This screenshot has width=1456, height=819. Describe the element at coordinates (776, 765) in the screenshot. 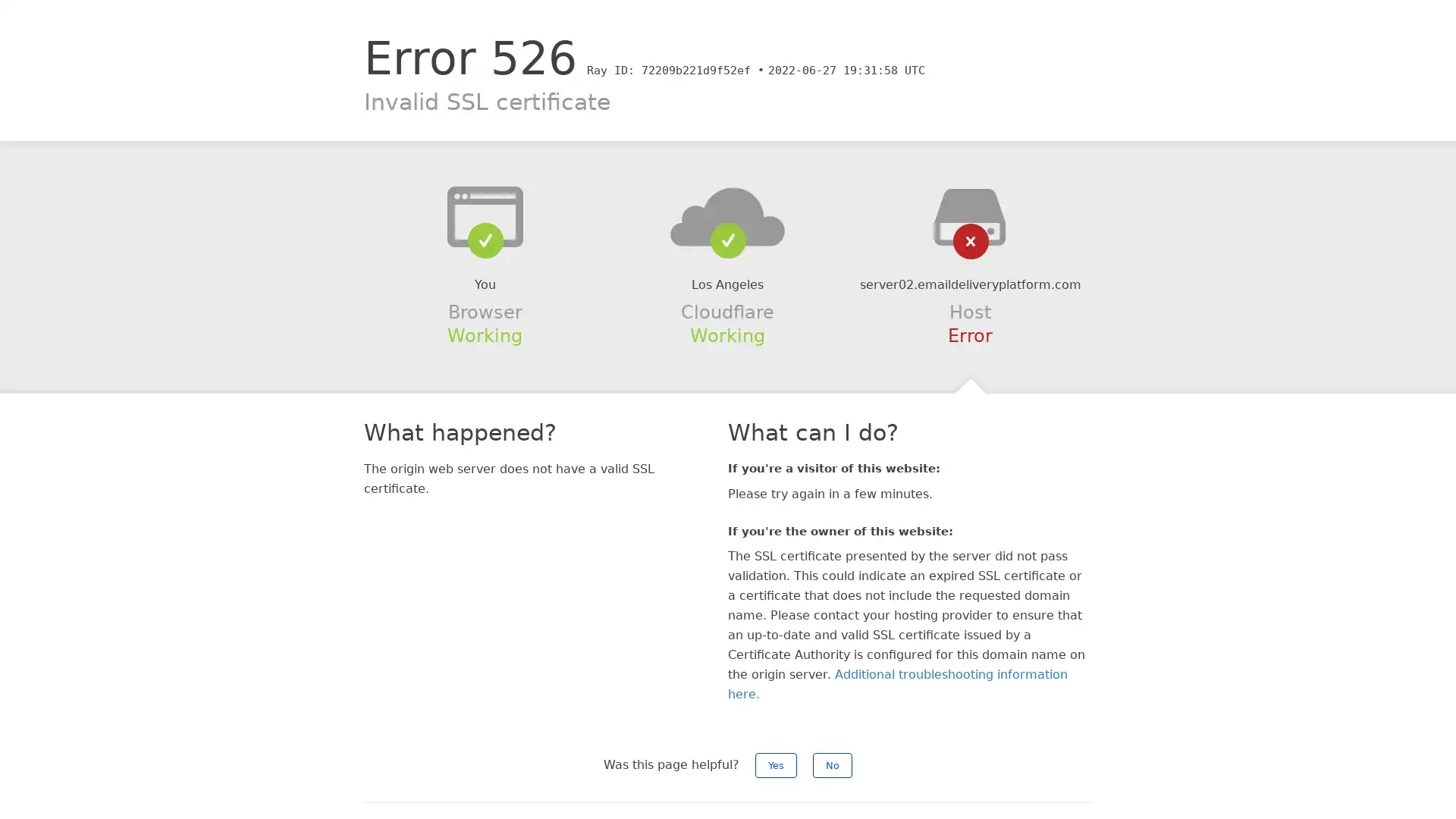

I see `Yes` at that location.